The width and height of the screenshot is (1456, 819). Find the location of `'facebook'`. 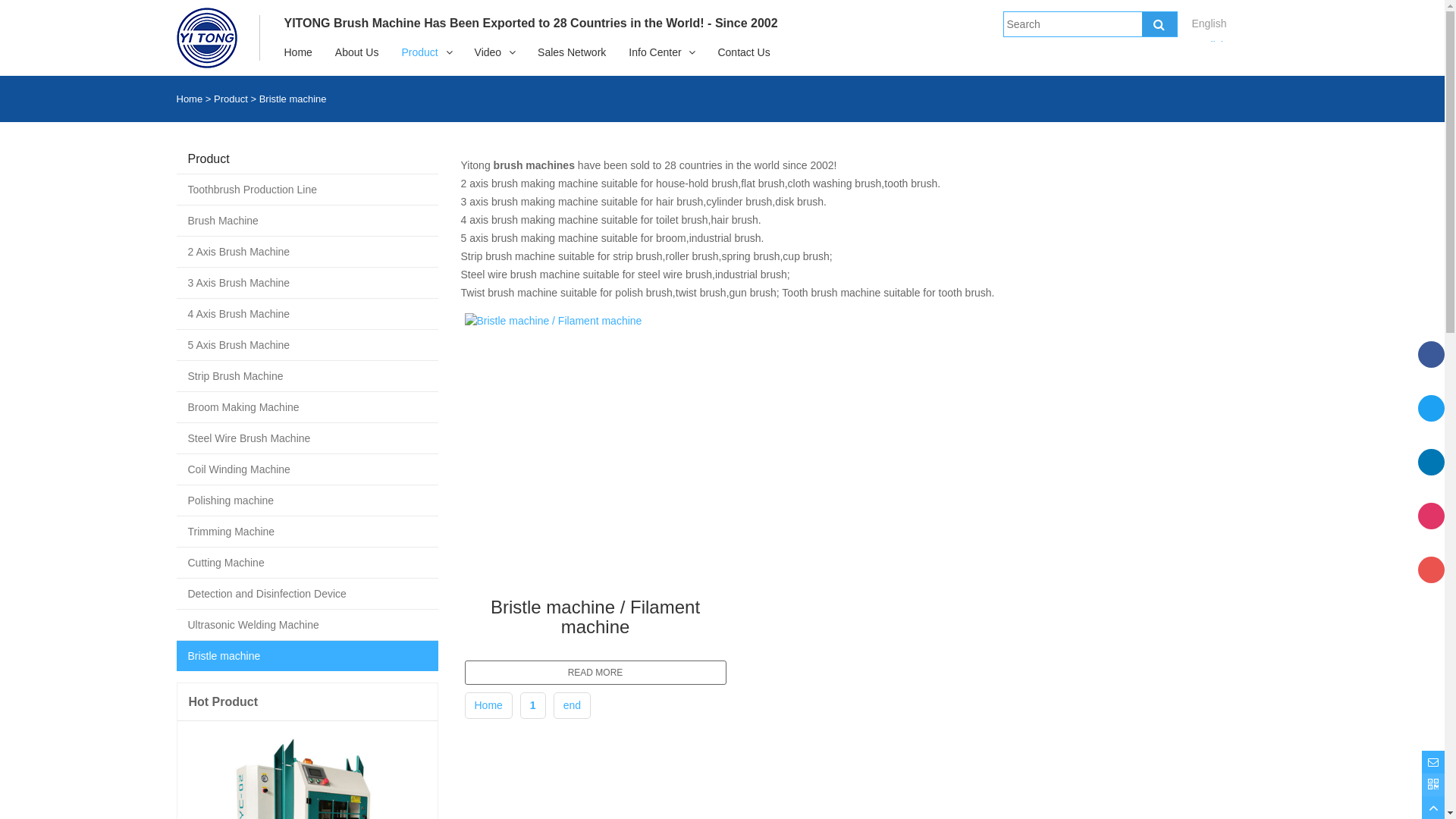

'facebook' is located at coordinates (1430, 368).